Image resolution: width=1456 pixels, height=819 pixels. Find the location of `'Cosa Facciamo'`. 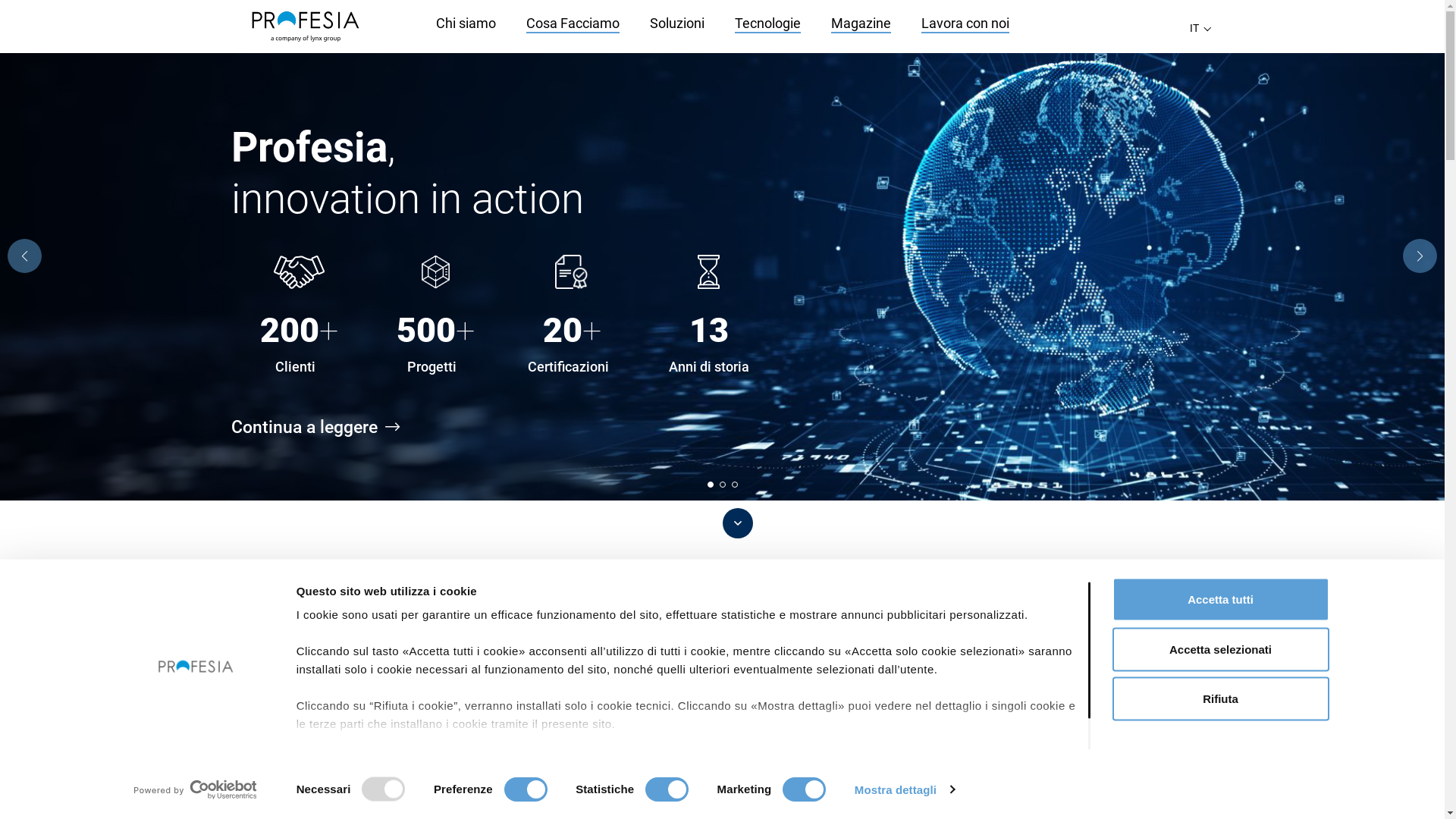

'Cosa Facciamo' is located at coordinates (572, 24).